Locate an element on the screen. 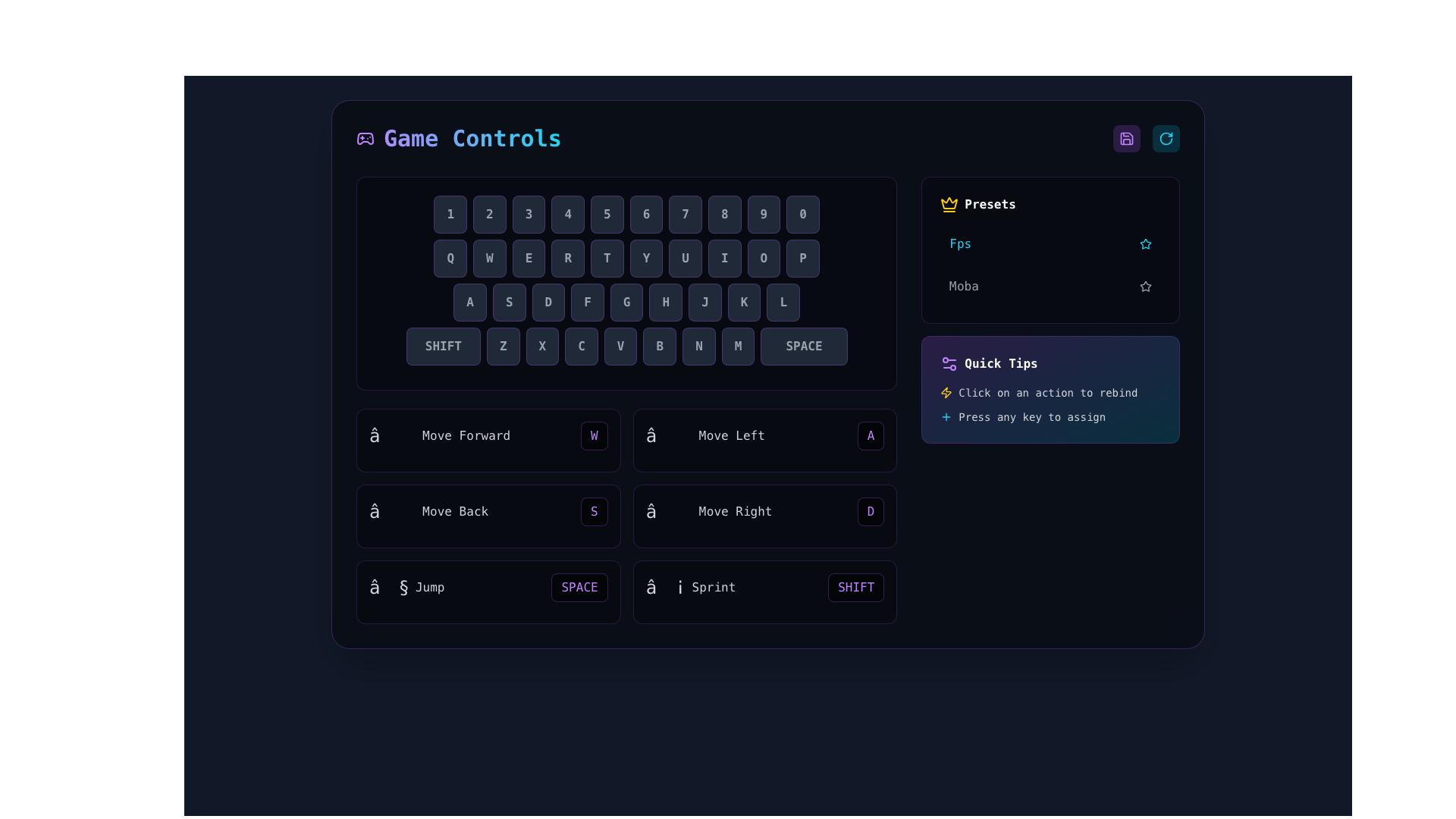 This screenshot has width=1456, height=819. the virtual button representing the letter 'I' key, which is the eighth button in a horizontal row between 'U' and 'O' on the second layer of the virtual keyboard is located at coordinates (723, 257).